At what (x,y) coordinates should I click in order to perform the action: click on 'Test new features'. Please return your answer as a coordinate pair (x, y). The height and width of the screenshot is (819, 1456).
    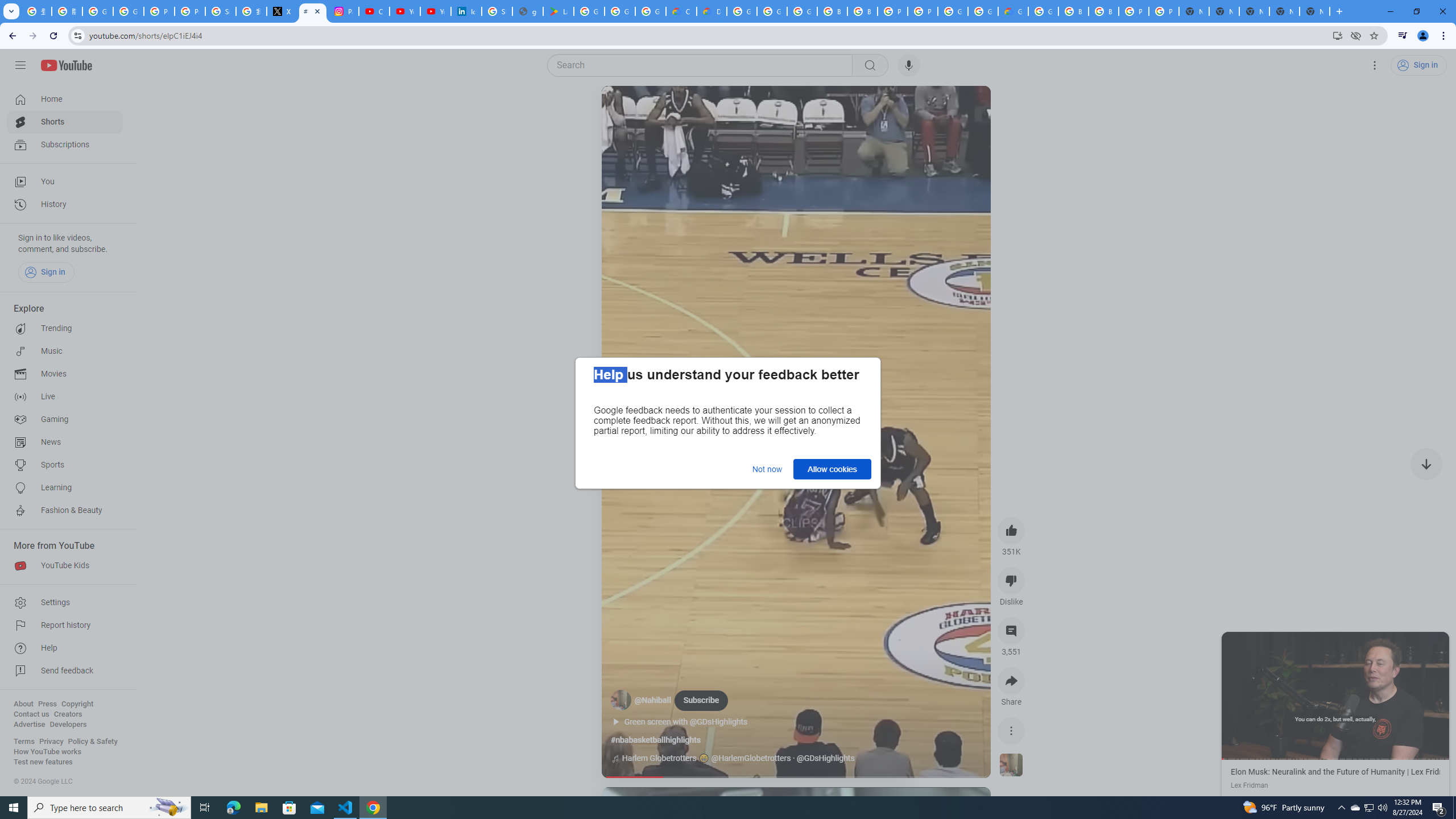
    Looking at the image, I should click on (42, 761).